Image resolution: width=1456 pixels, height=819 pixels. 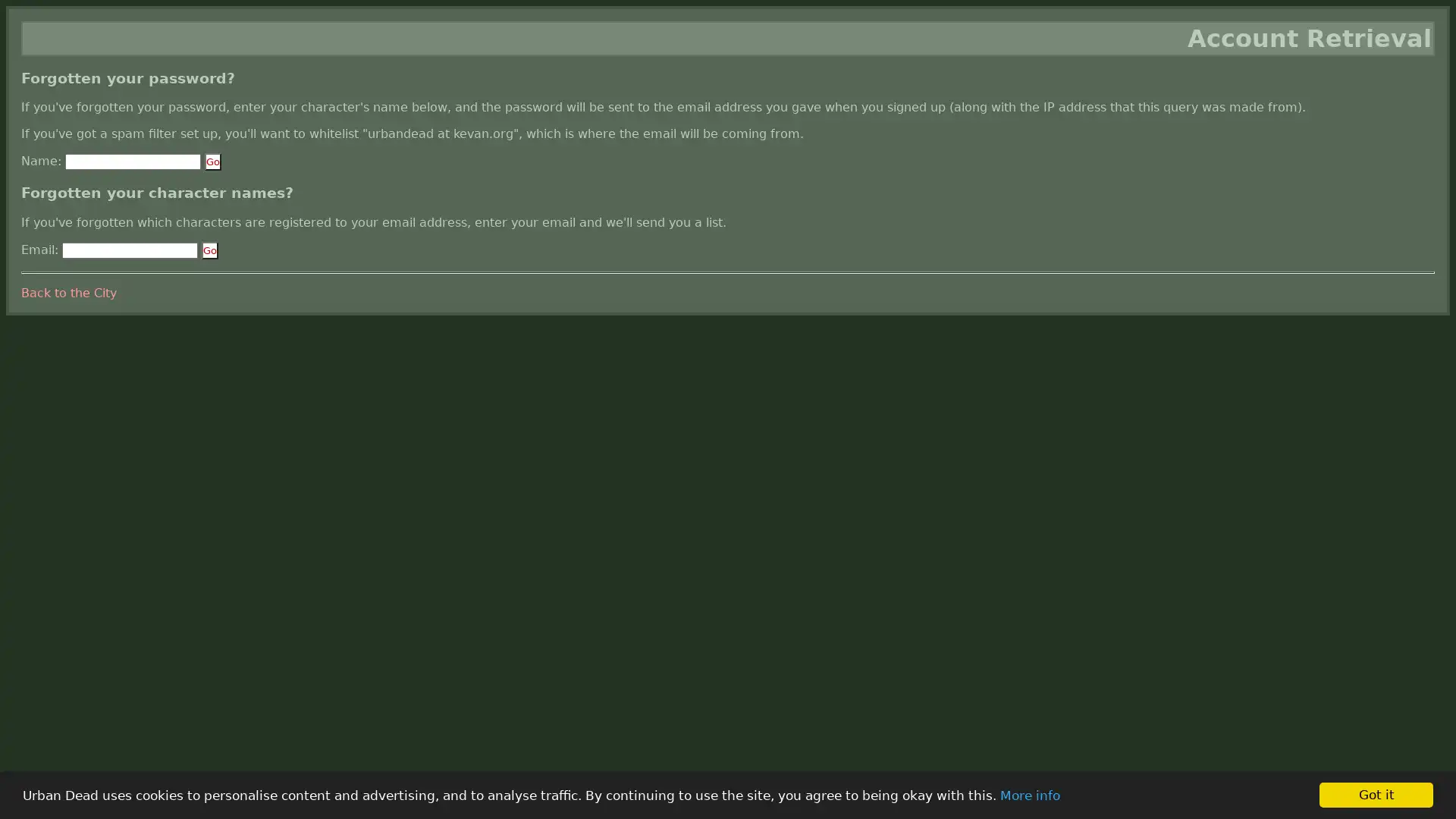 I want to click on Go, so click(x=212, y=162).